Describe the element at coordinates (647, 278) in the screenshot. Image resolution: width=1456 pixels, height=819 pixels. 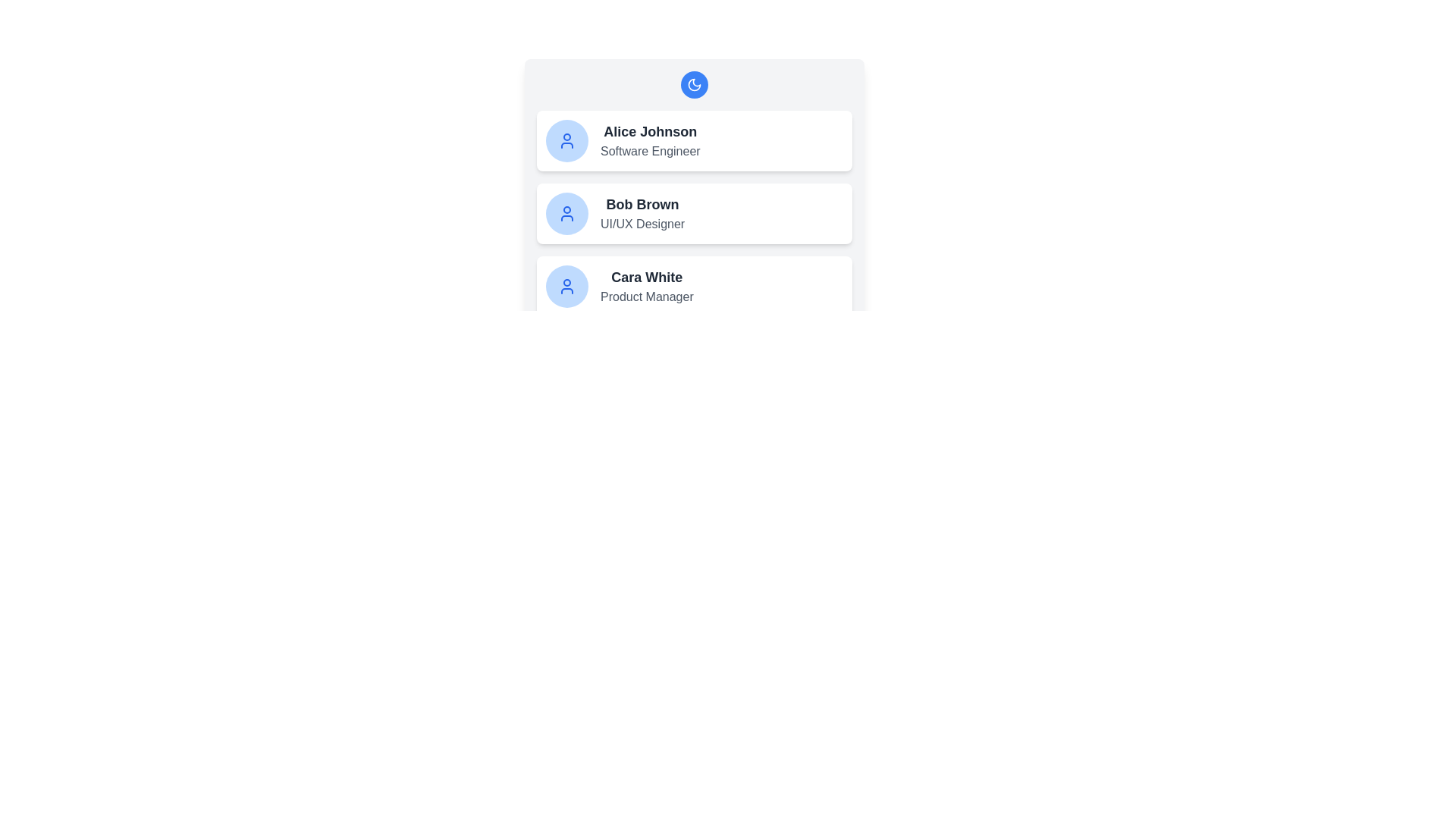
I see `the text element displaying 'Cara White', which is styled in bold and larger size, located in the third row of user details above 'Product Manager'` at that location.